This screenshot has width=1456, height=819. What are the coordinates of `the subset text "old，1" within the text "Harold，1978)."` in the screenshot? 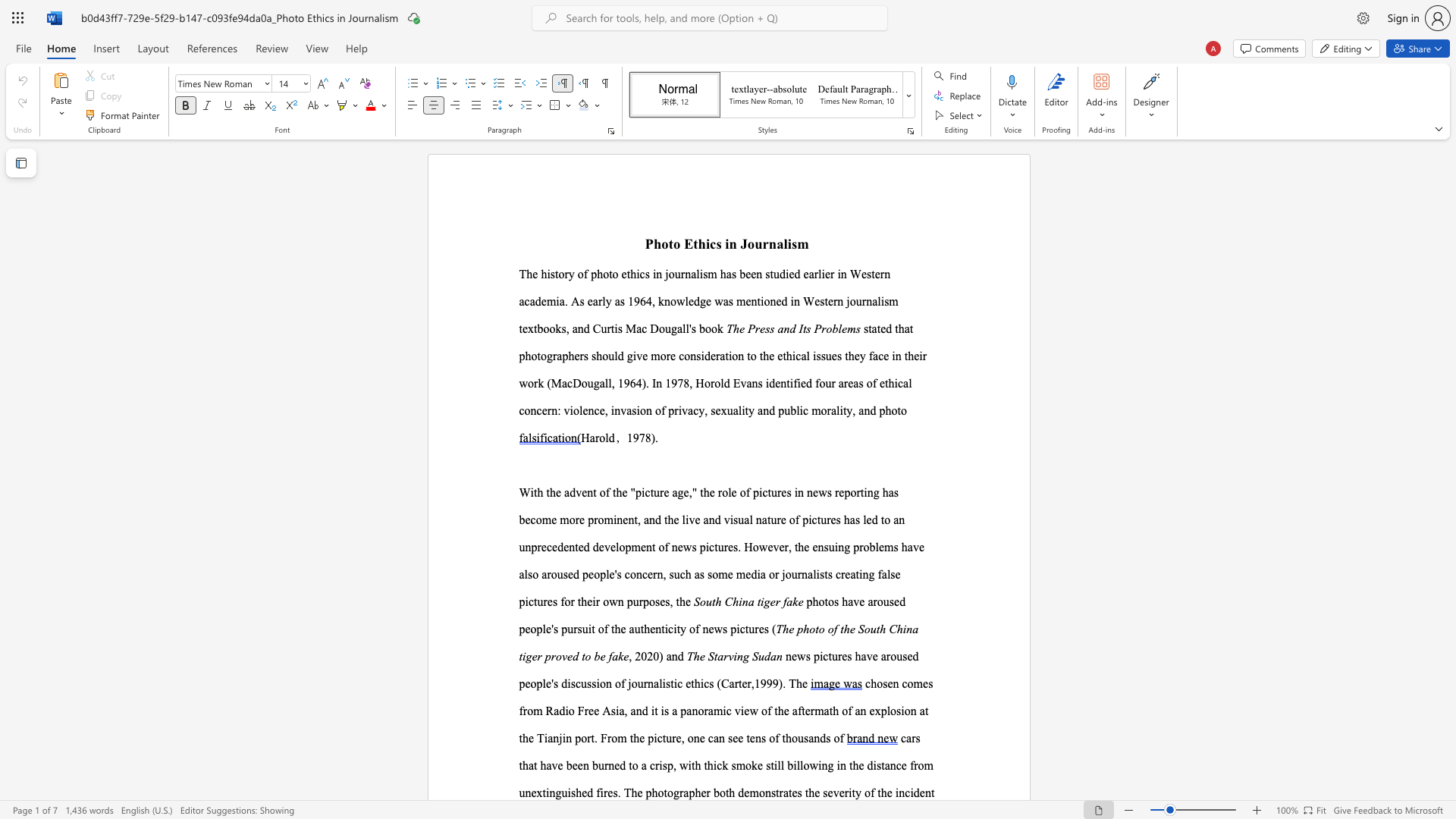 It's located at (598, 438).